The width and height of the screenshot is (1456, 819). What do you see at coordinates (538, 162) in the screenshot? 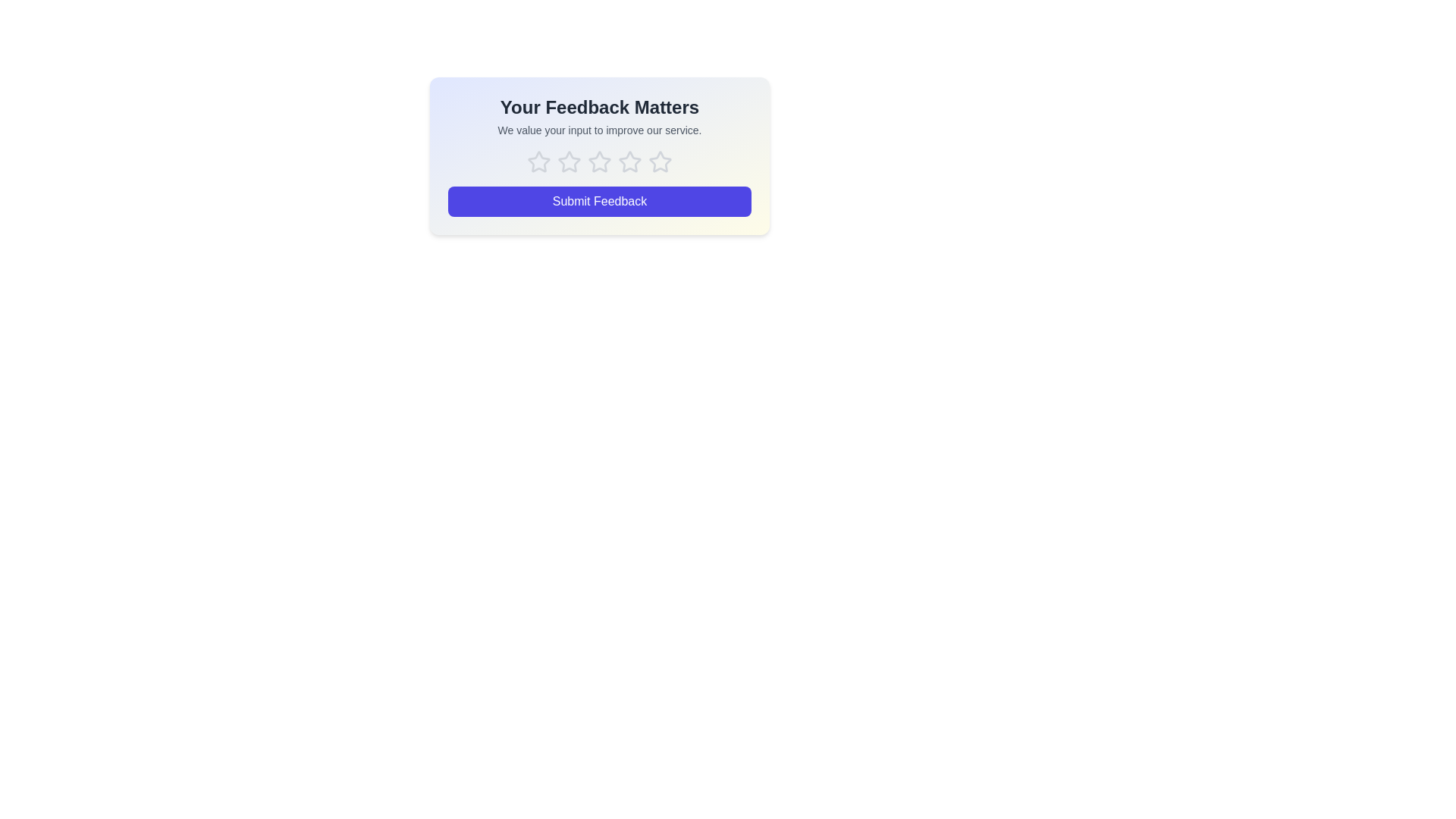
I see `the first rating star icon` at bounding box center [538, 162].